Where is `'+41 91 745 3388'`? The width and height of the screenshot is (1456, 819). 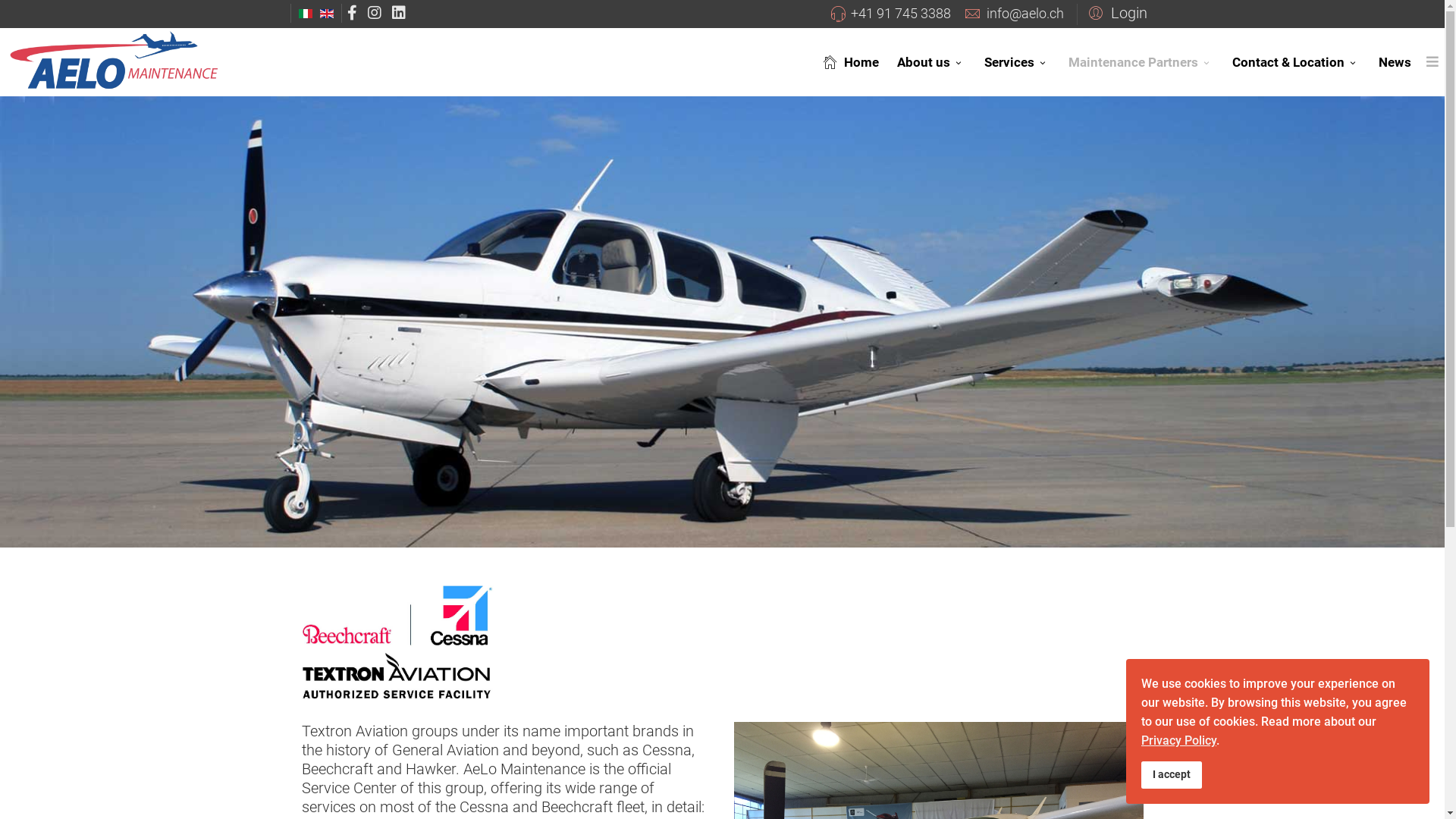
'+41 91 745 3388' is located at coordinates (900, 13).